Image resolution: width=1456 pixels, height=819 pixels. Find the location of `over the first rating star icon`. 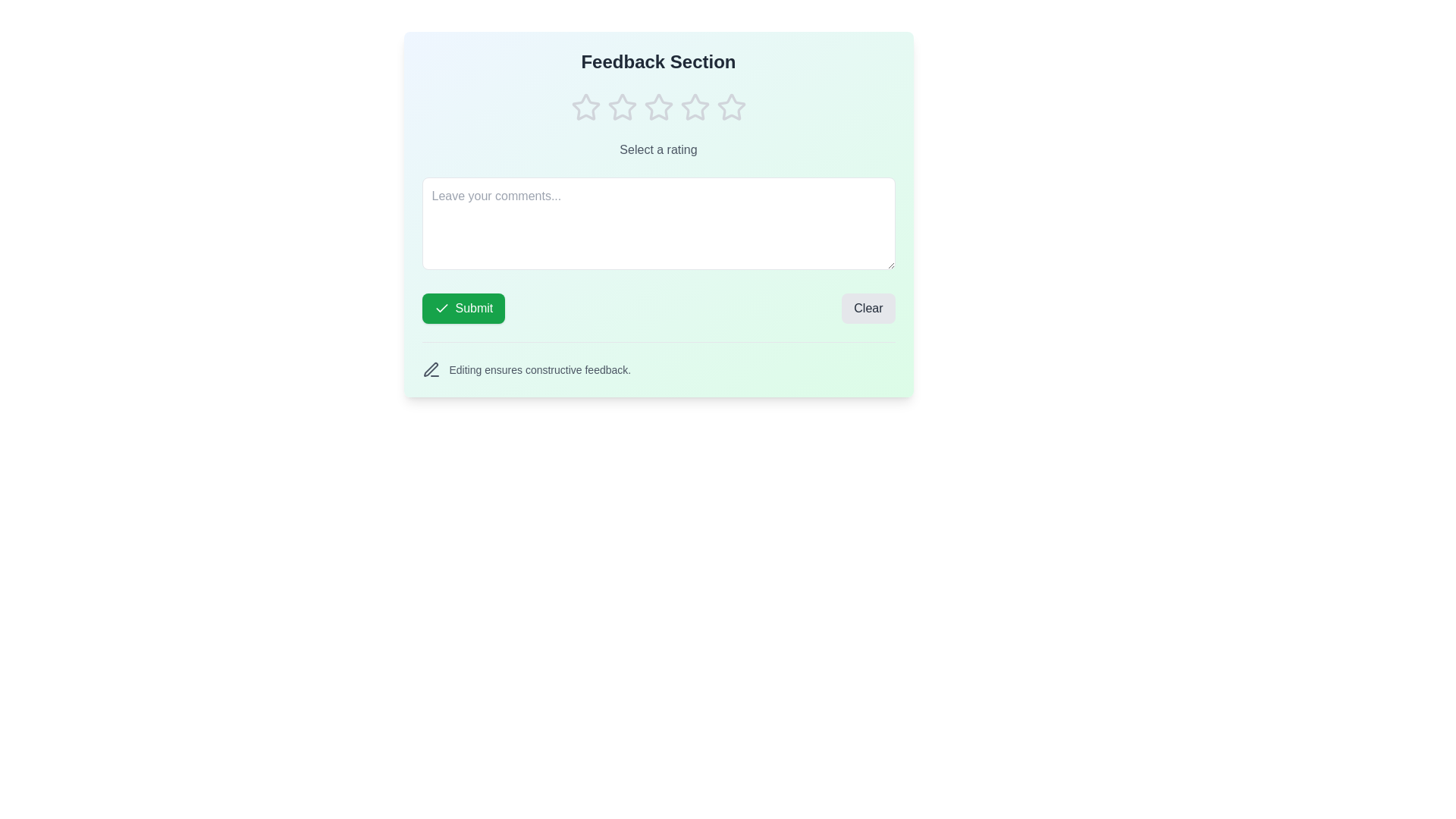

over the first rating star icon is located at coordinates (585, 106).